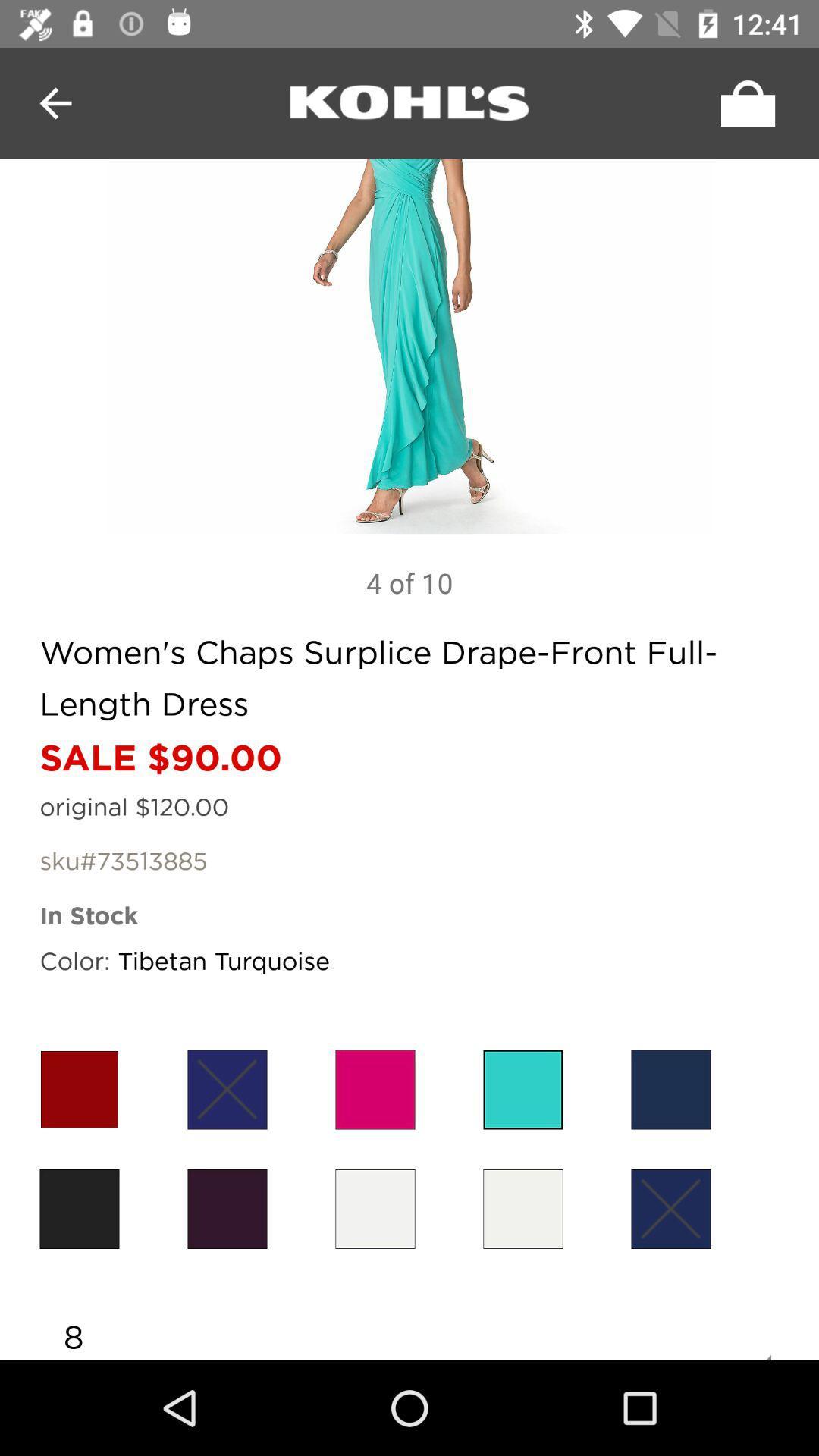  What do you see at coordinates (670, 1208) in the screenshot?
I see `the close icon` at bounding box center [670, 1208].